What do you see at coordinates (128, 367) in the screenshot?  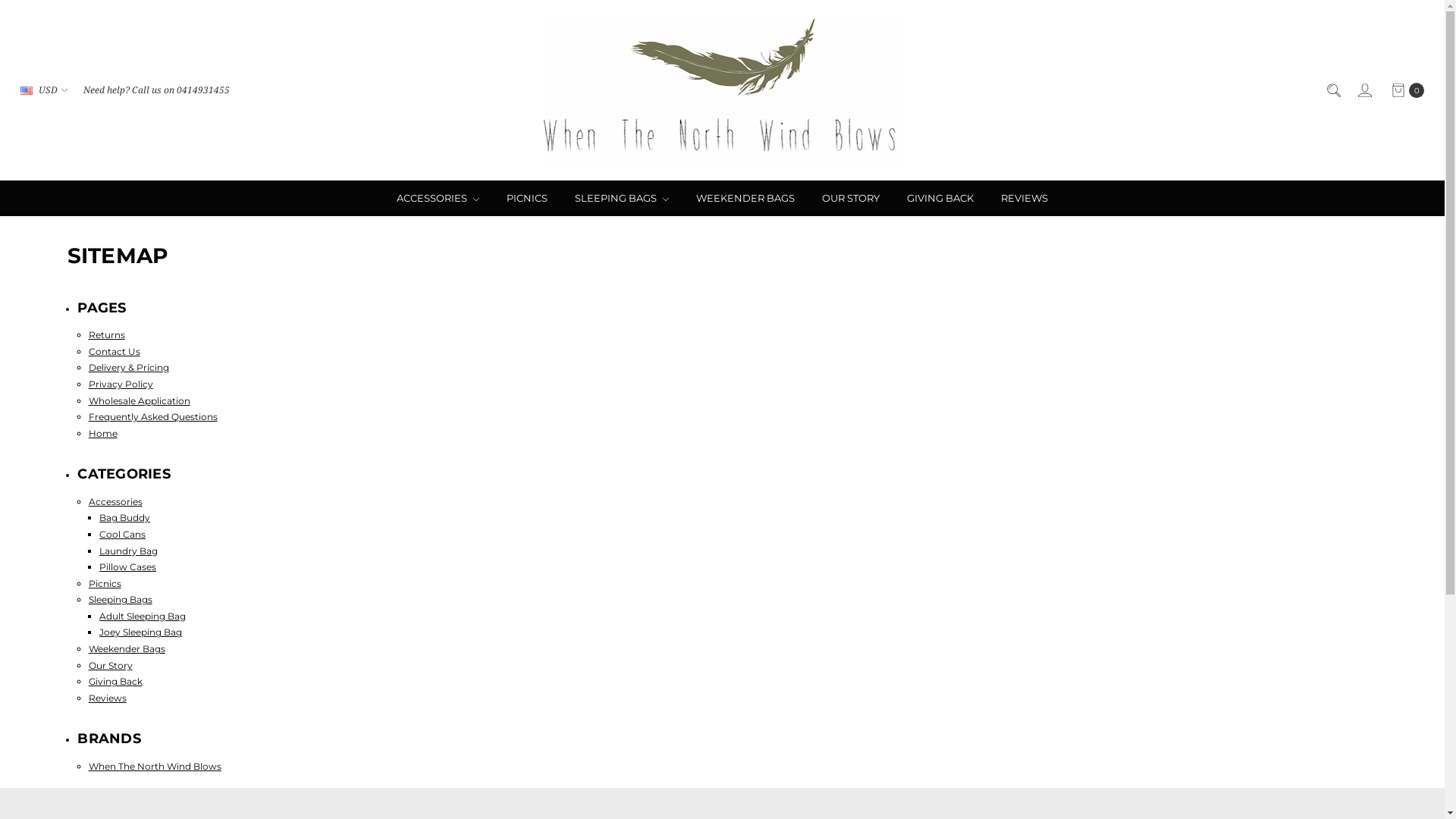 I see `'Delivery & Pricing'` at bounding box center [128, 367].